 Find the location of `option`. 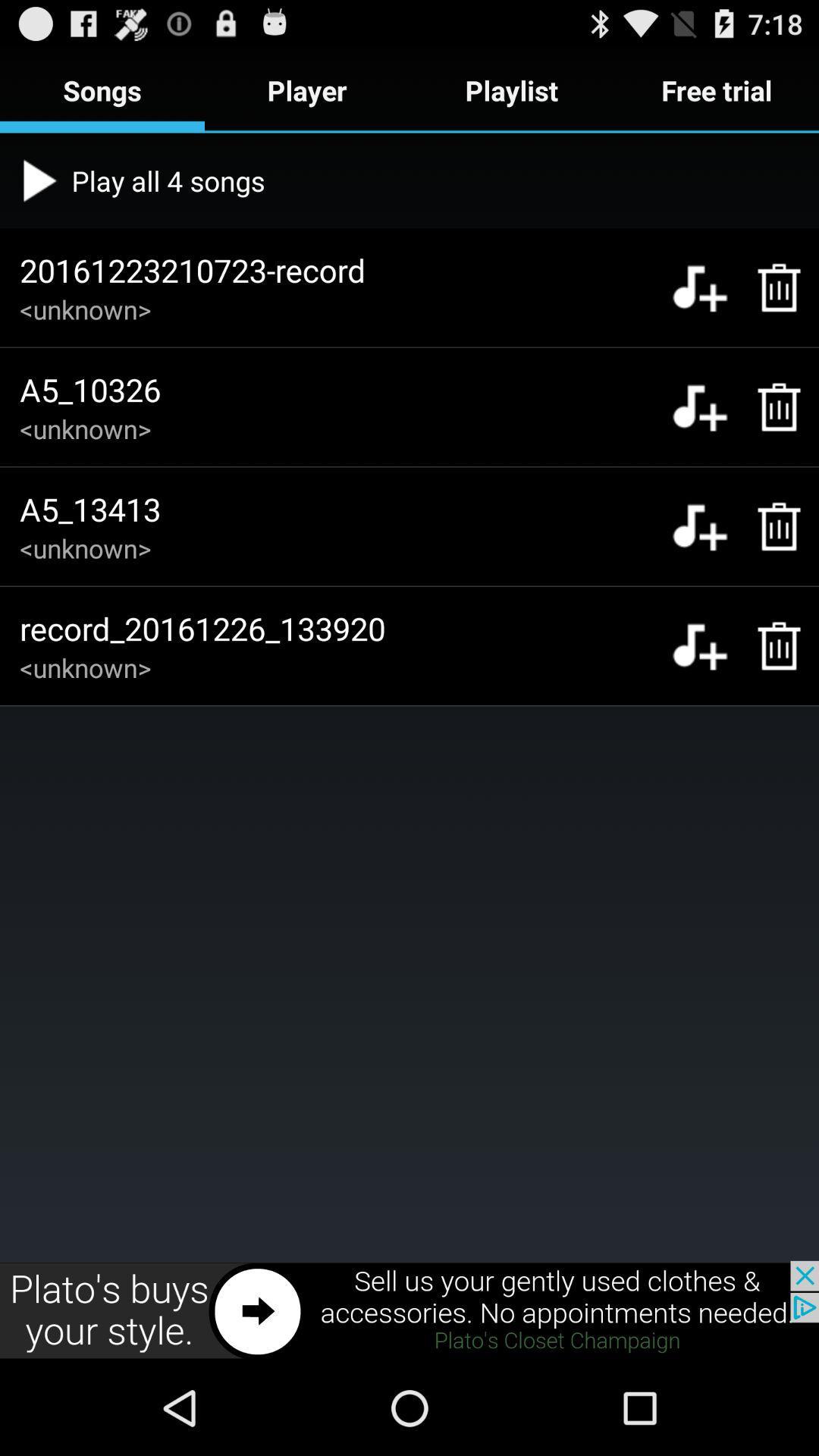

option is located at coordinates (699, 407).